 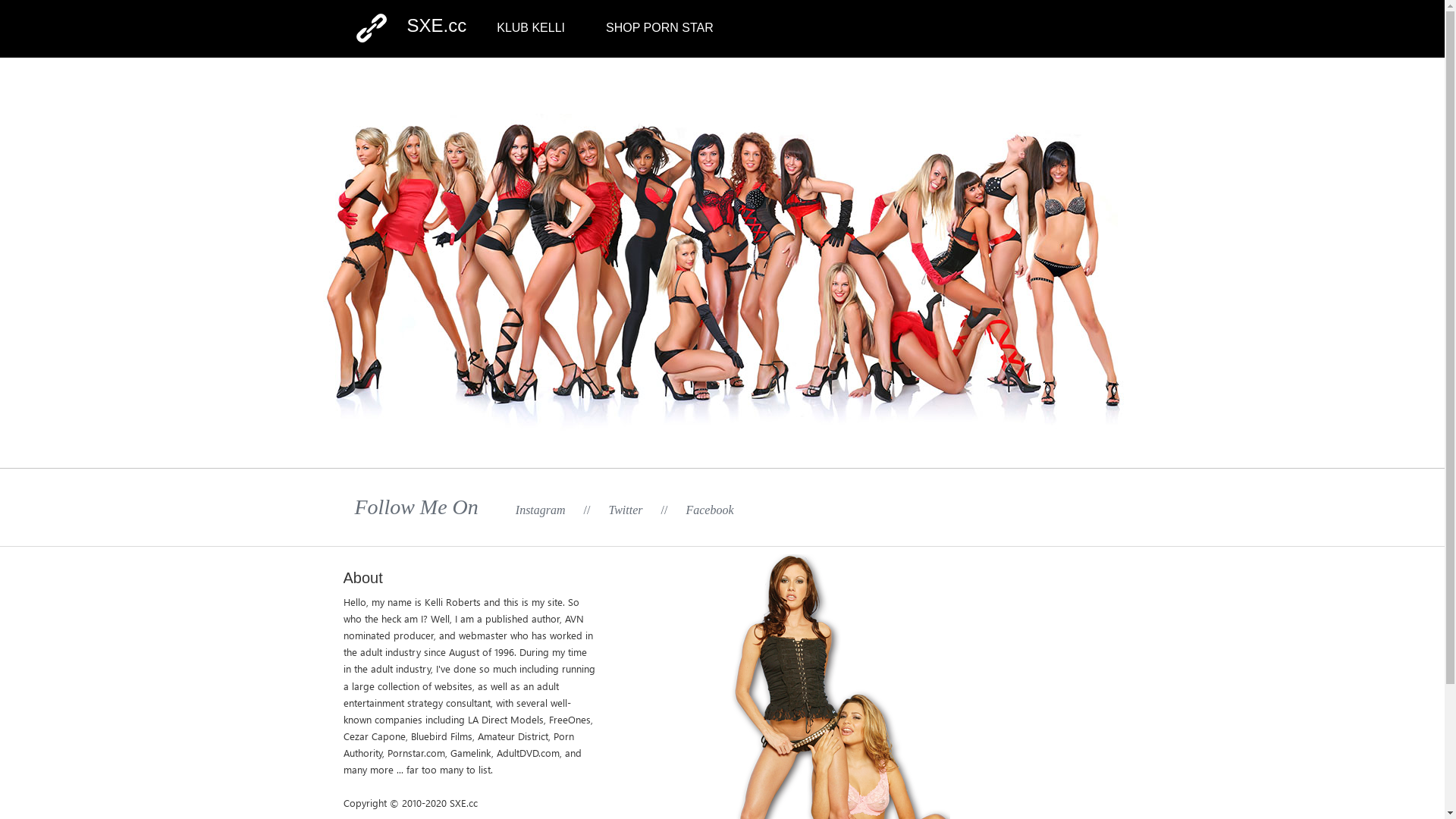 I want to click on 'SHOP PORN STAR', so click(x=659, y=27).